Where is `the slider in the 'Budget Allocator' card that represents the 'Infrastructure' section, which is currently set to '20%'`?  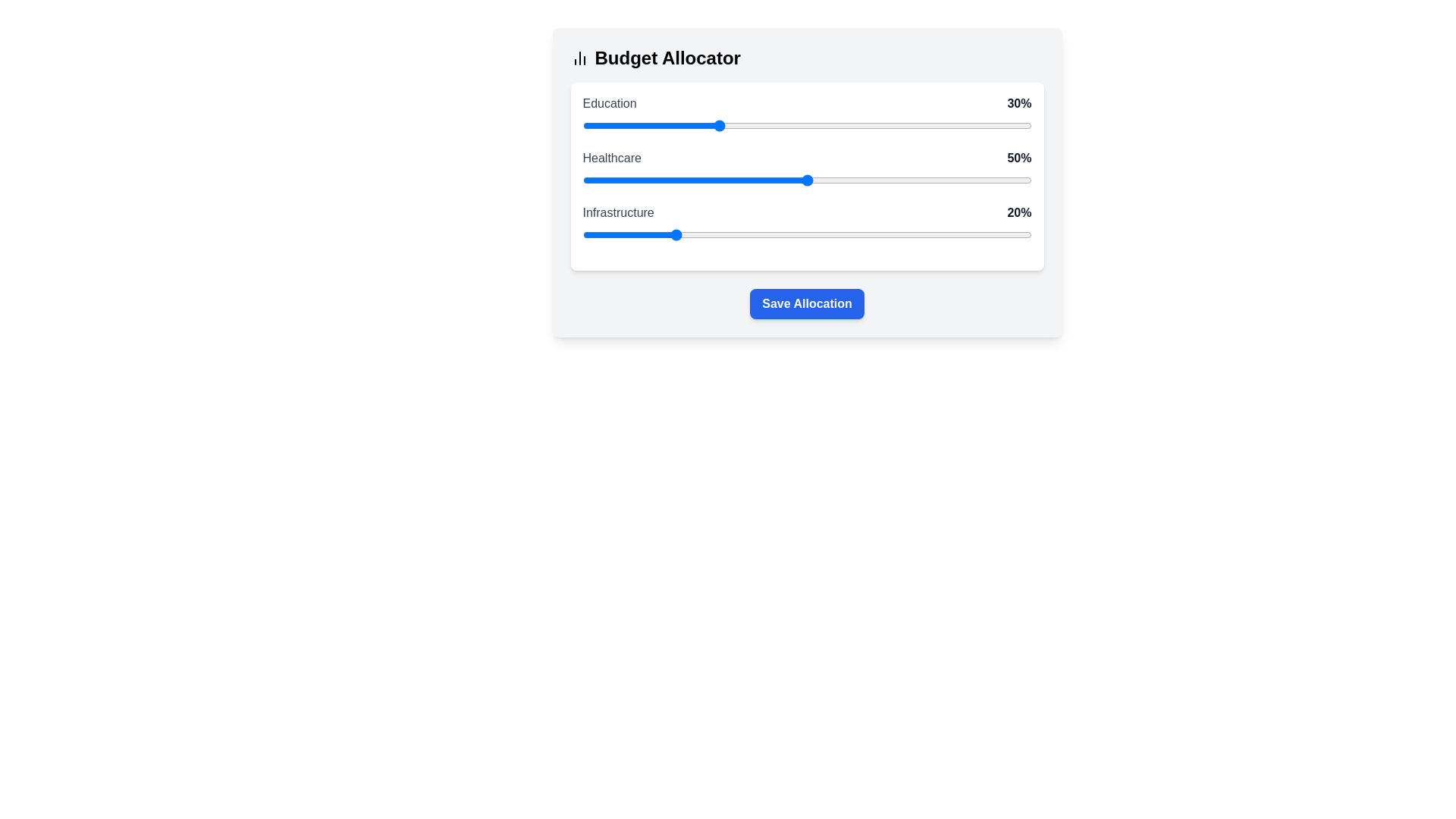 the slider in the 'Budget Allocator' card that represents the 'Infrastructure' section, which is currently set to '20%' is located at coordinates (806, 225).